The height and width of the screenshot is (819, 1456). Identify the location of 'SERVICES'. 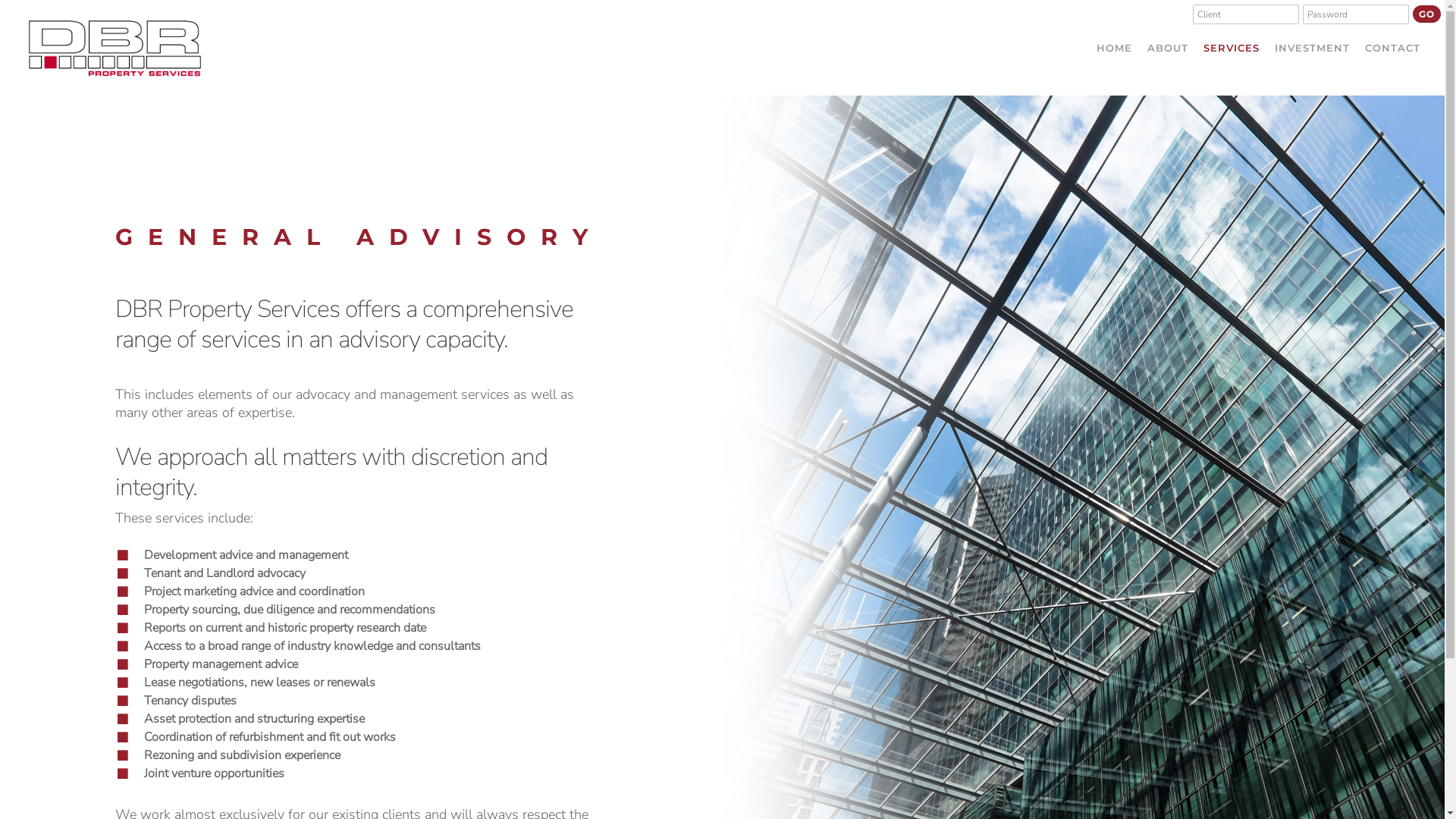
(1195, 46).